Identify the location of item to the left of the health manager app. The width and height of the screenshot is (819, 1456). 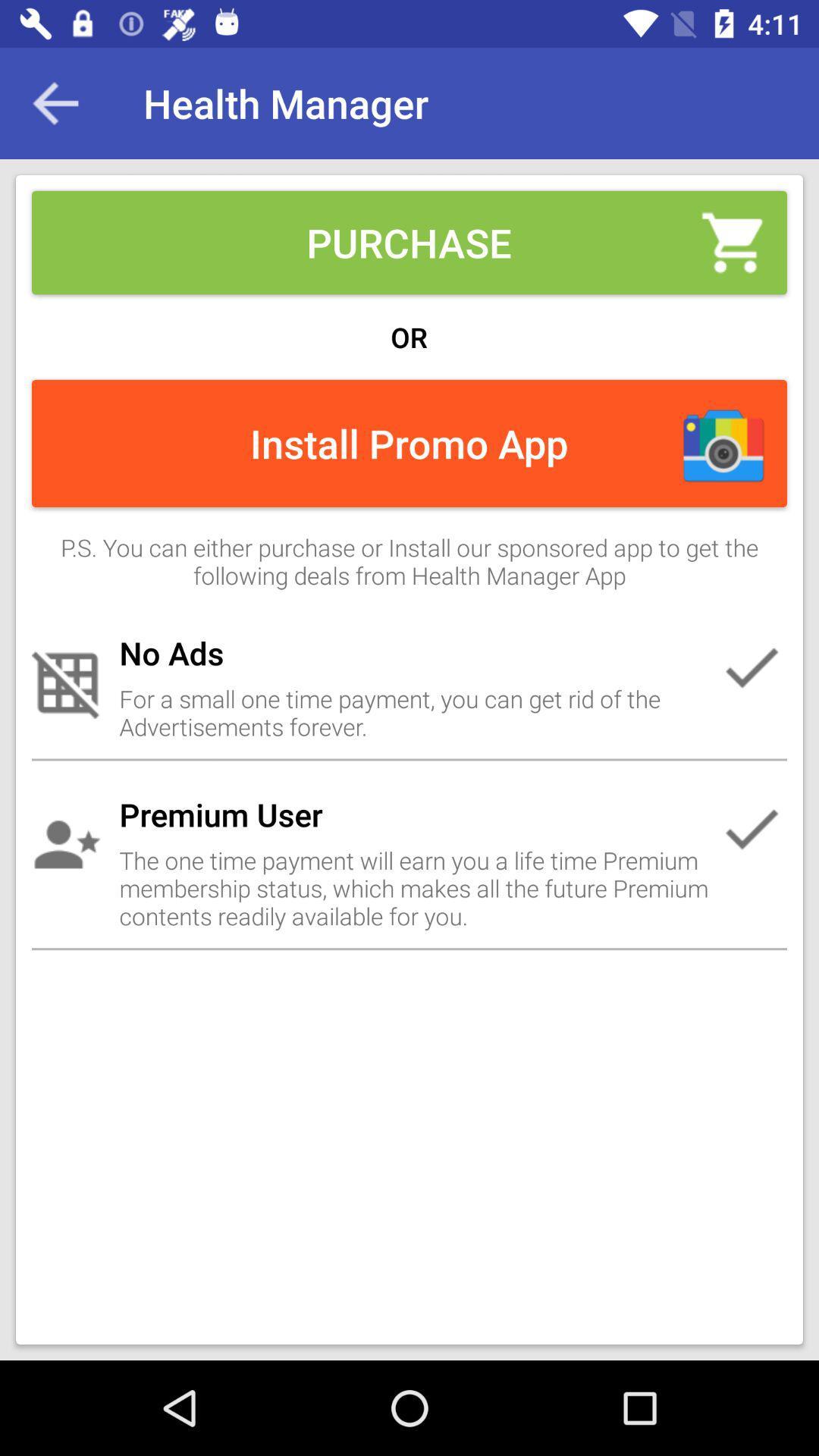
(55, 102).